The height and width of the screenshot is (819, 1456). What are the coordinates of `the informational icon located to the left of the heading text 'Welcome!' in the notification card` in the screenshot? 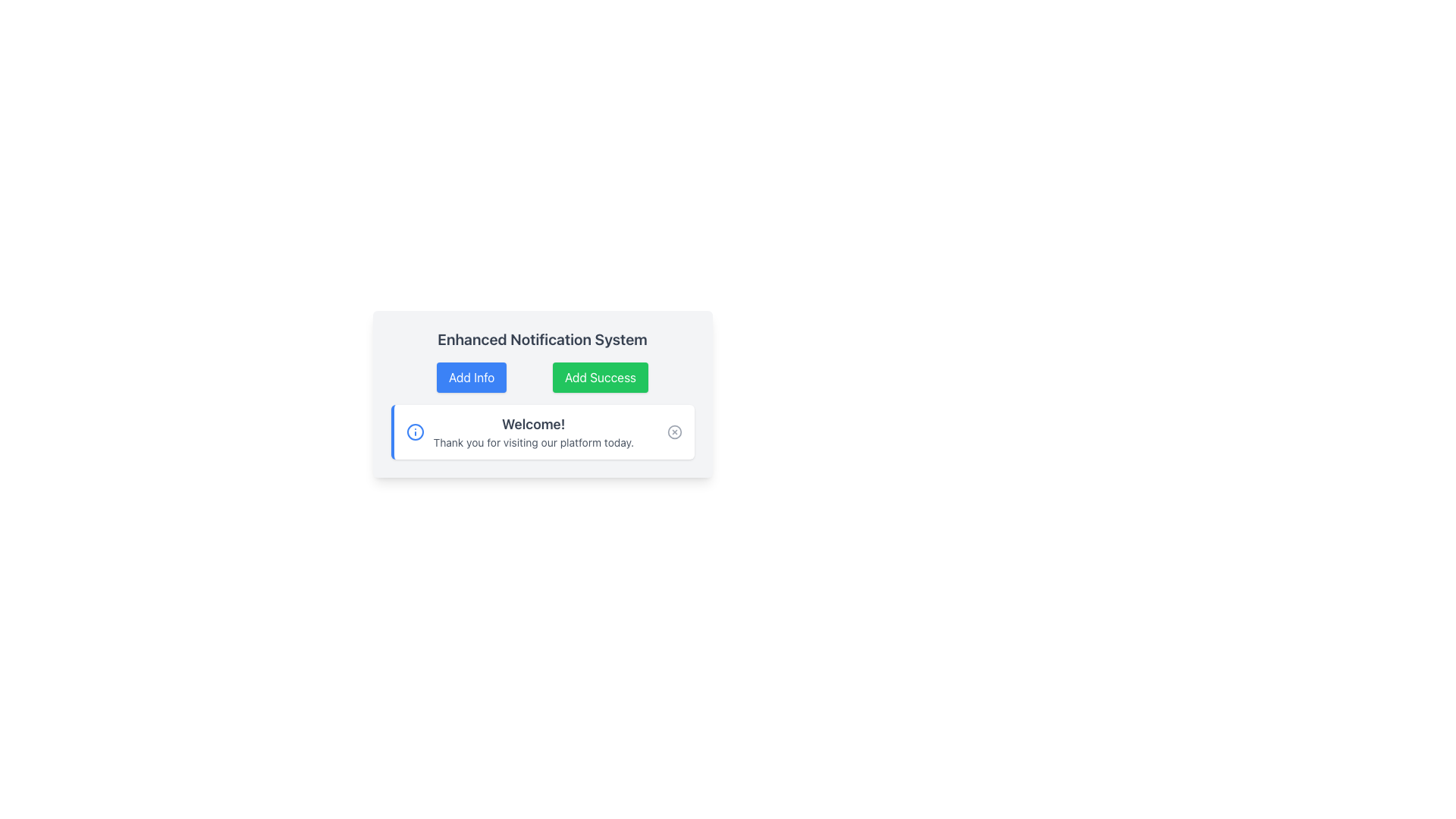 It's located at (415, 432).